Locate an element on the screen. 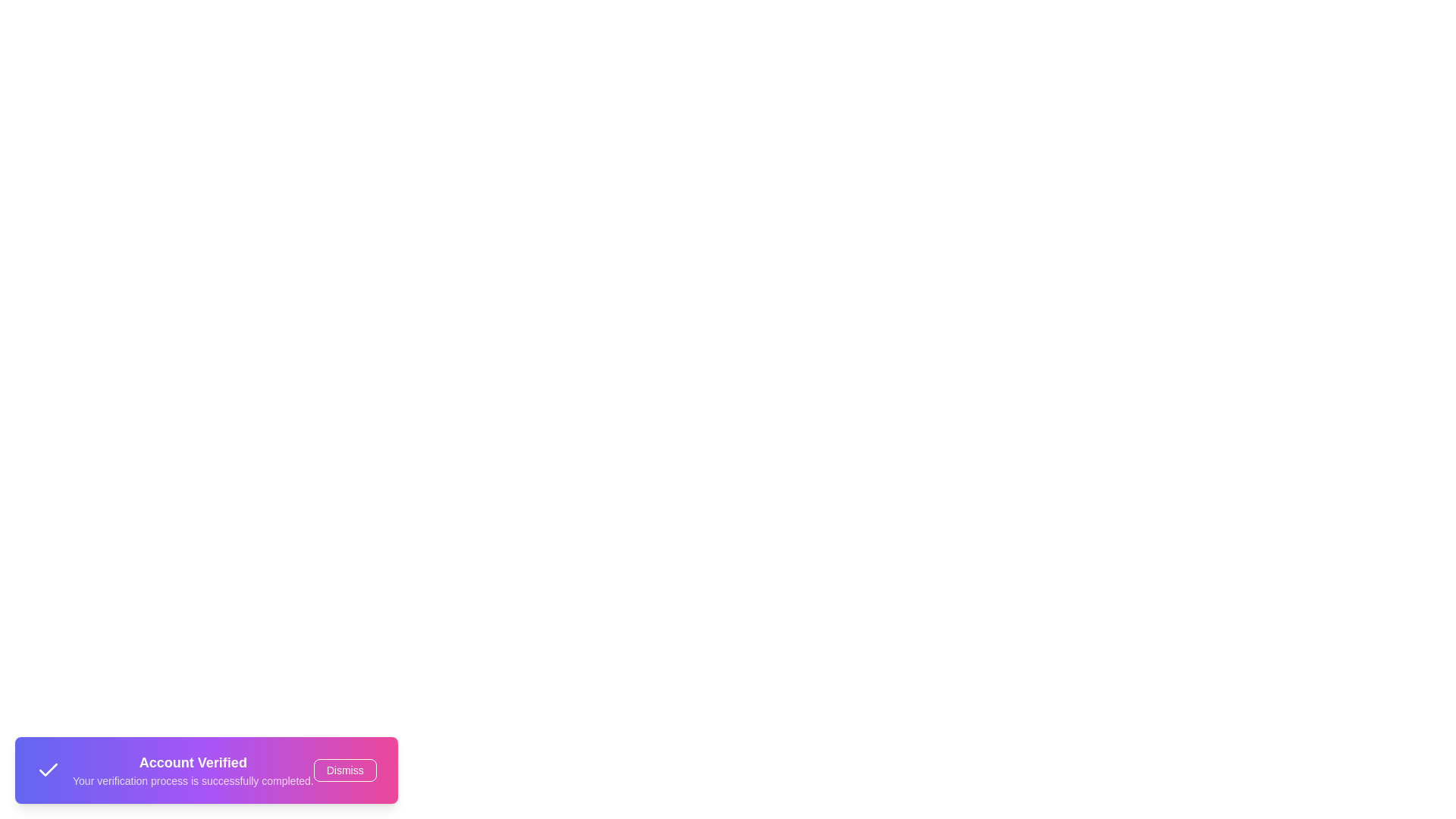 Image resolution: width=1456 pixels, height=819 pixels. the 'Dismiss' button to close the snackbar is located at coordinates (344, 770).